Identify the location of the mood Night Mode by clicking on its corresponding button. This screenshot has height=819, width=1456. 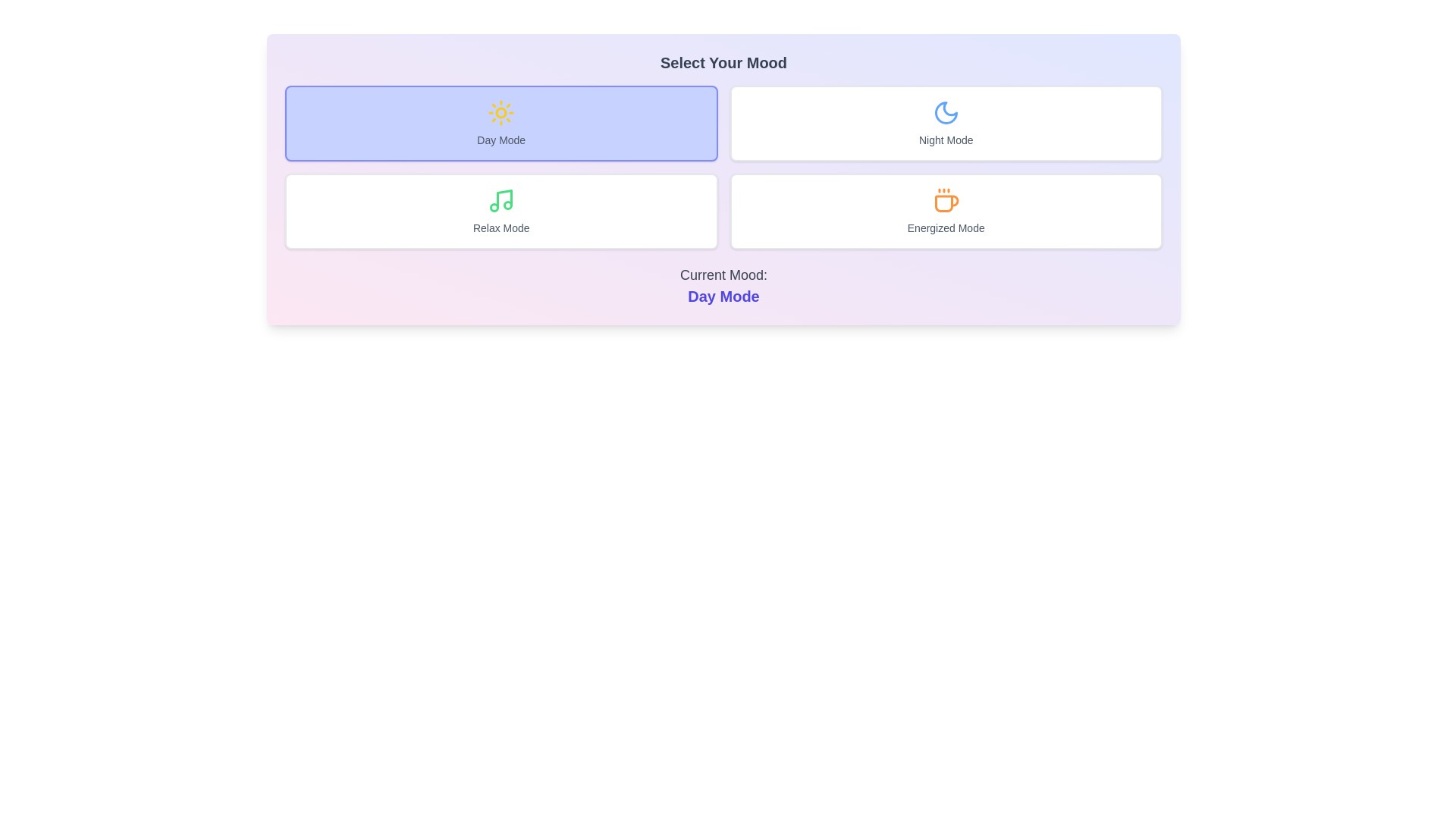
(945, 122).